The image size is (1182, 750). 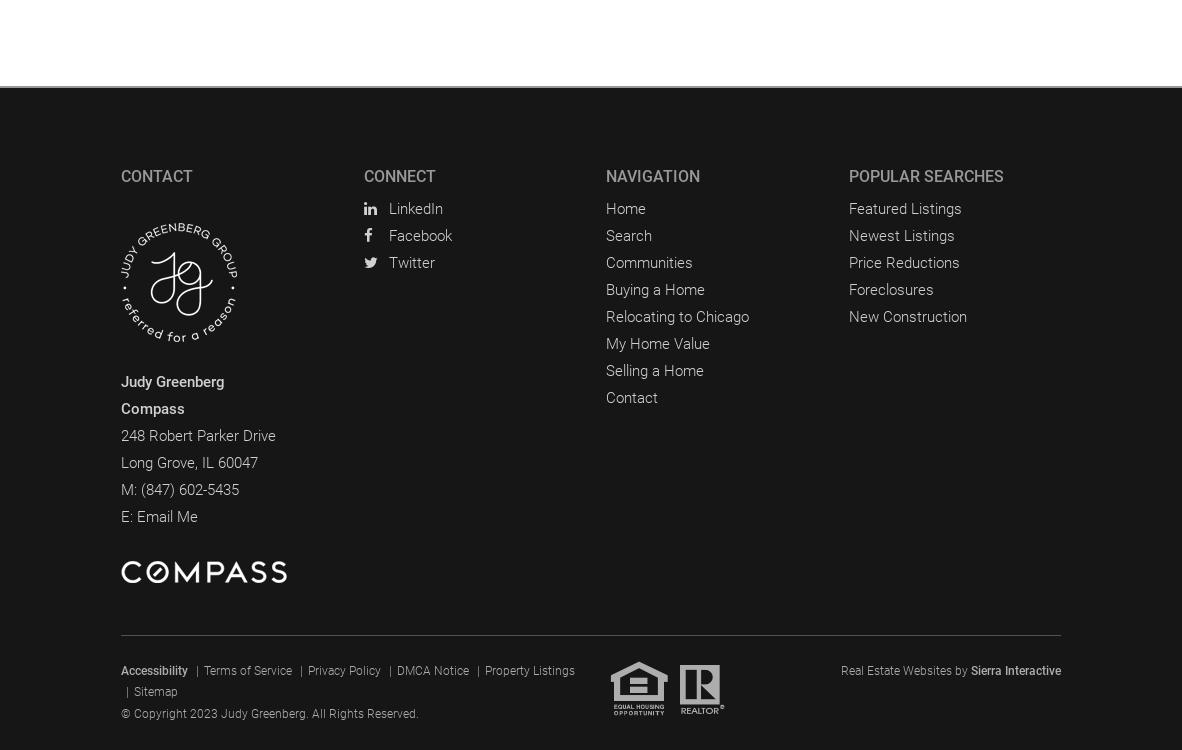 I want to click on 'My Home Value', so click(x=657, y=341).